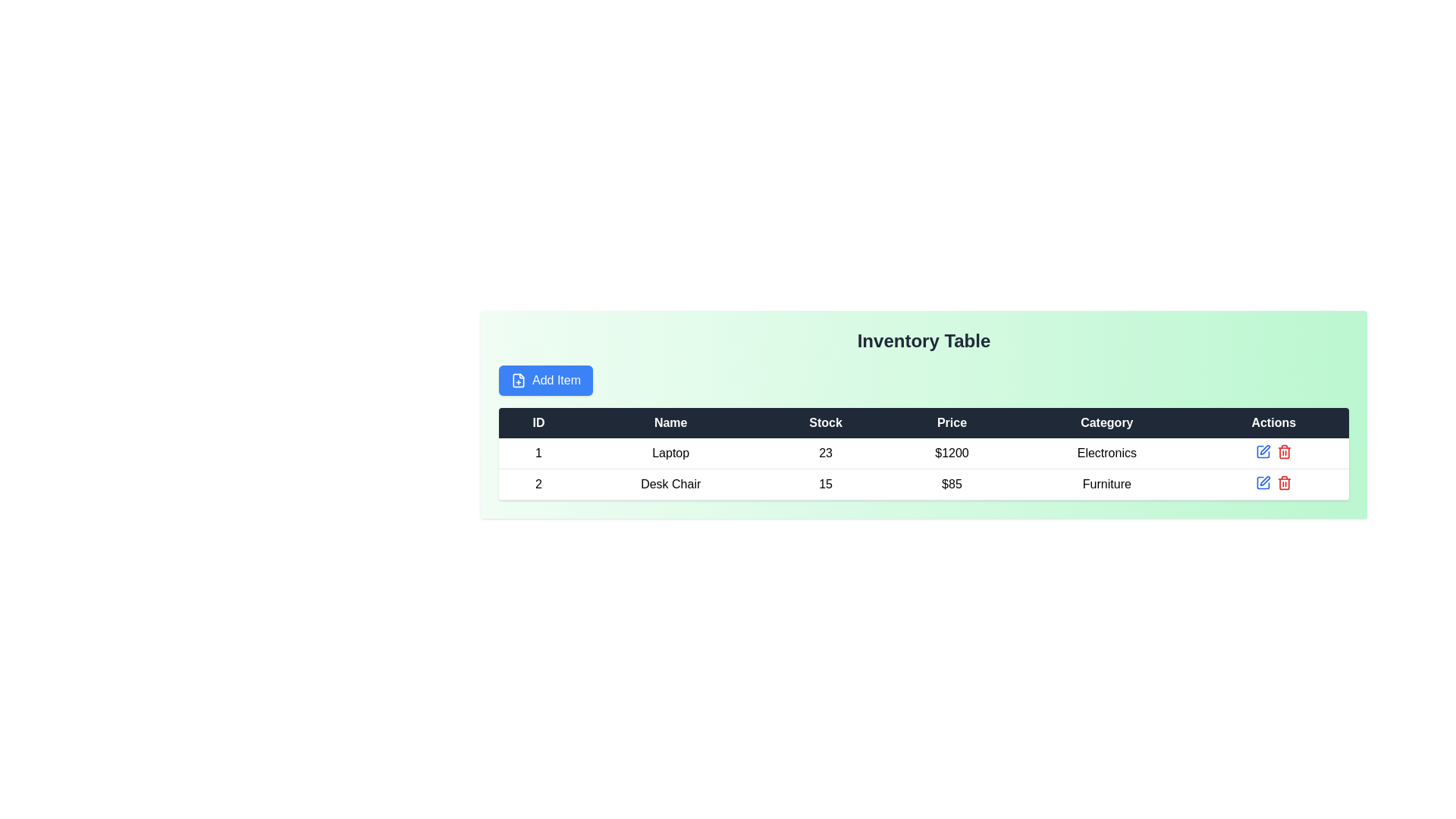 Image resolution: width=1456 pixels, height=819 pixels. Describe the element at coordinates (538, 453) in the screenshot. I see `the Text label that identifies the first entry in the table, corresponding to the Laptop, located under the 'ID' column` at that location.